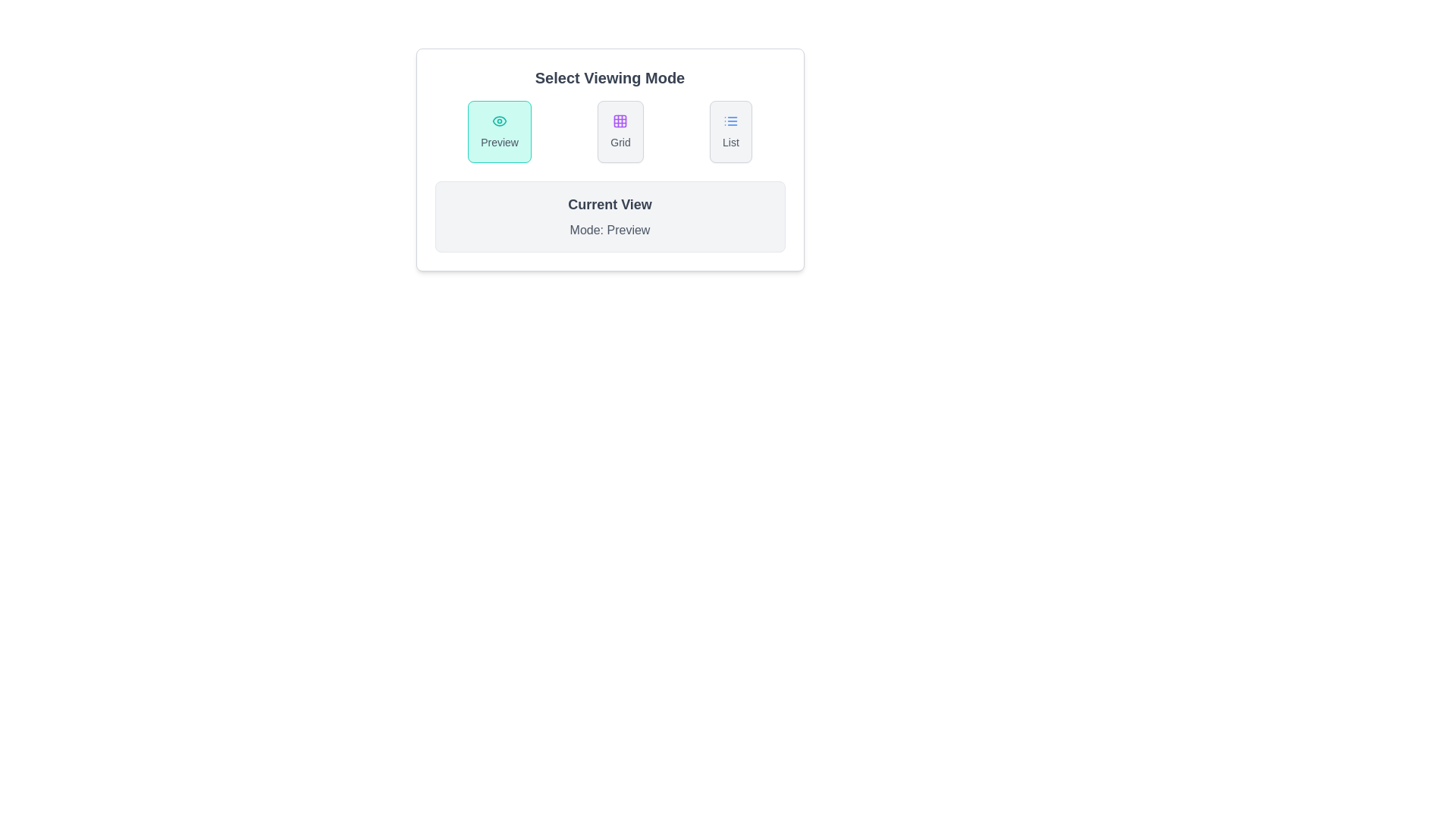 This screenshot has width=1456, height=819. I want to click on the 'Preview' button, which is a rectangular button with a teal background and an eye icon, located in the group of three buttons titled 'Select Viewing Mode', so click(500, 130).